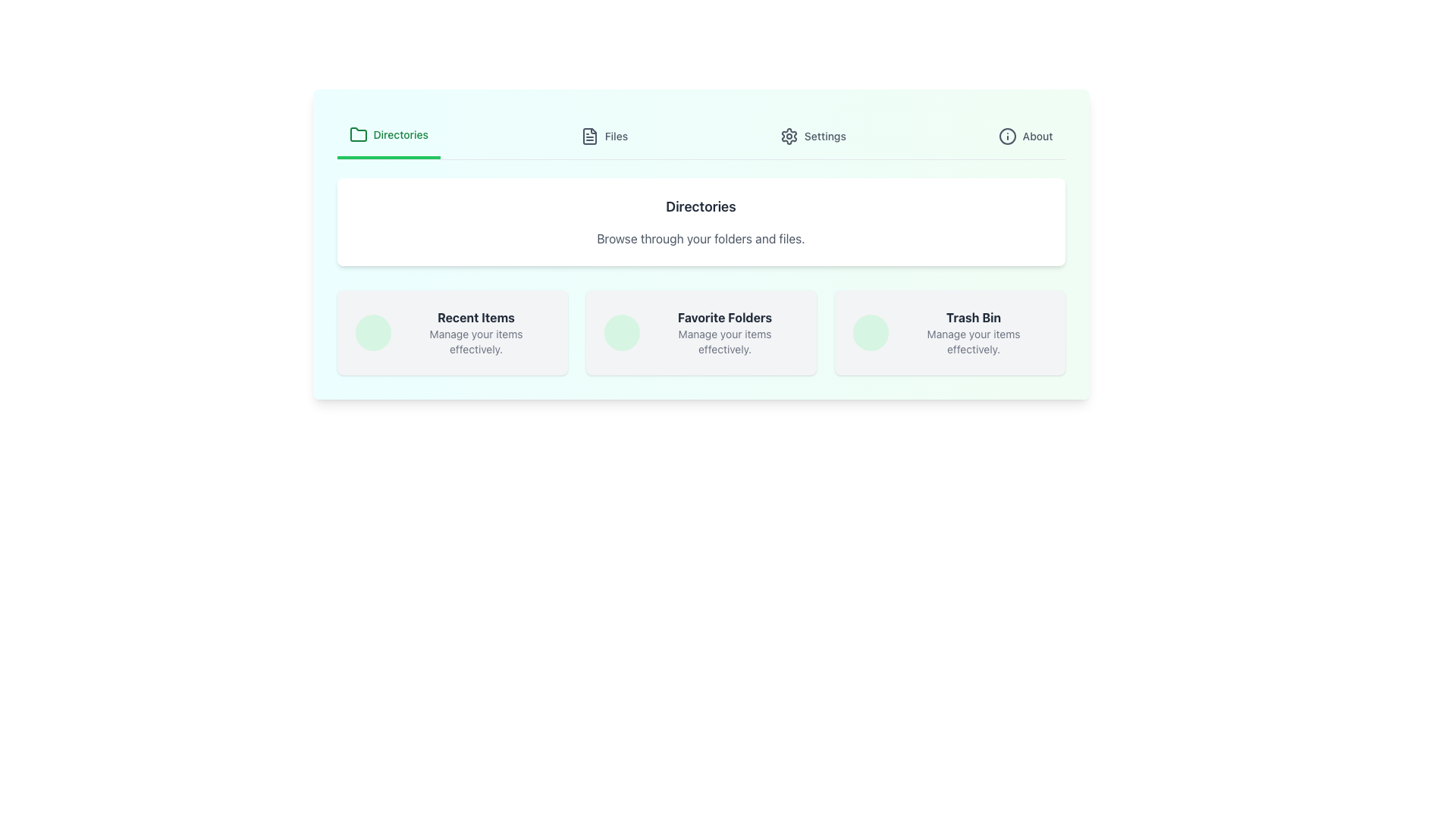 This screenshot has height=819, width=1456. Describe the element at coordinates (700, 239) in the screenshot. I see `the Informational Text located below the 'Directories' header` at that location.